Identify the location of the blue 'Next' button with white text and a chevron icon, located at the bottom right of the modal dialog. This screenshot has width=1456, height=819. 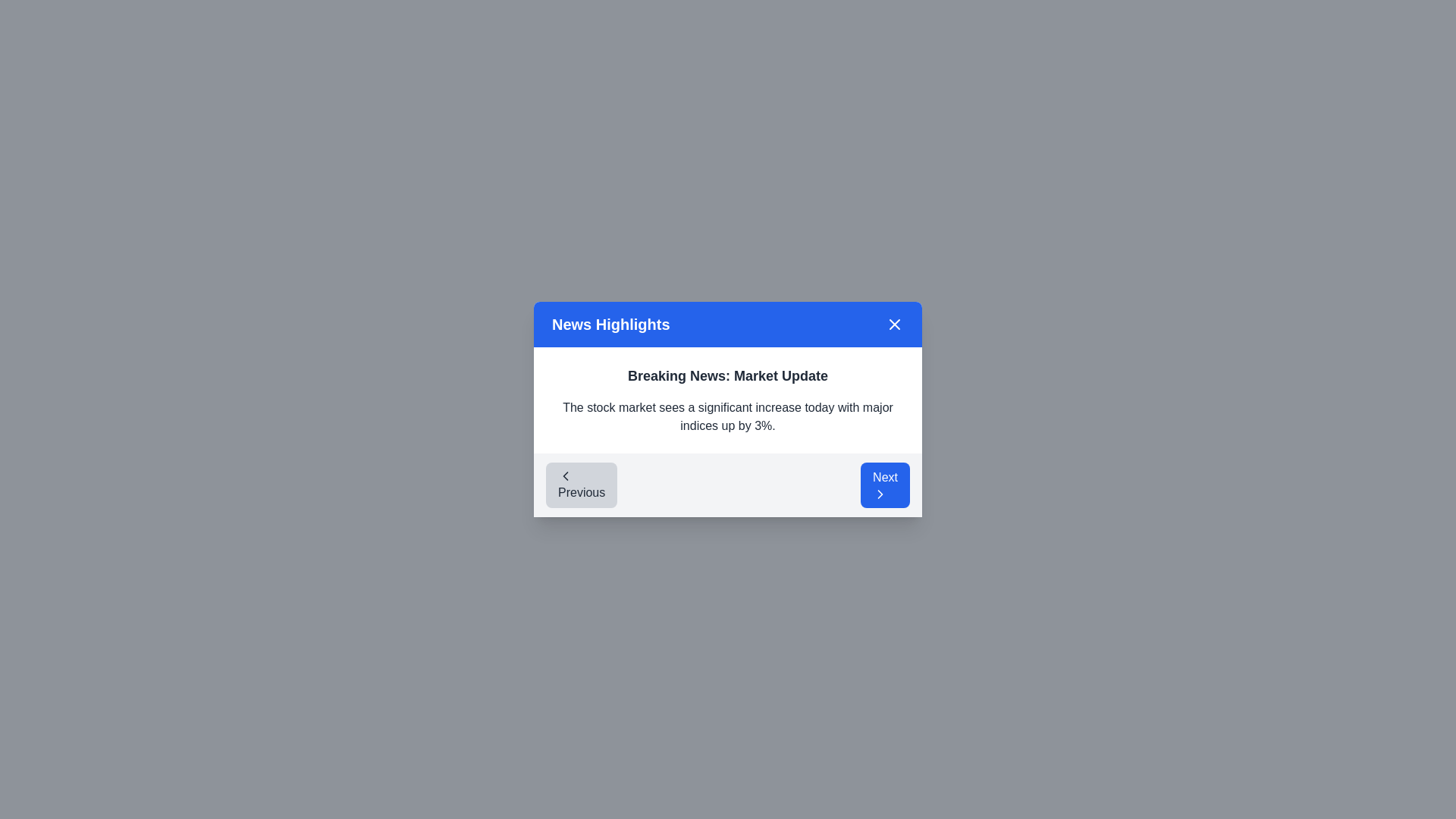
(885, 485).